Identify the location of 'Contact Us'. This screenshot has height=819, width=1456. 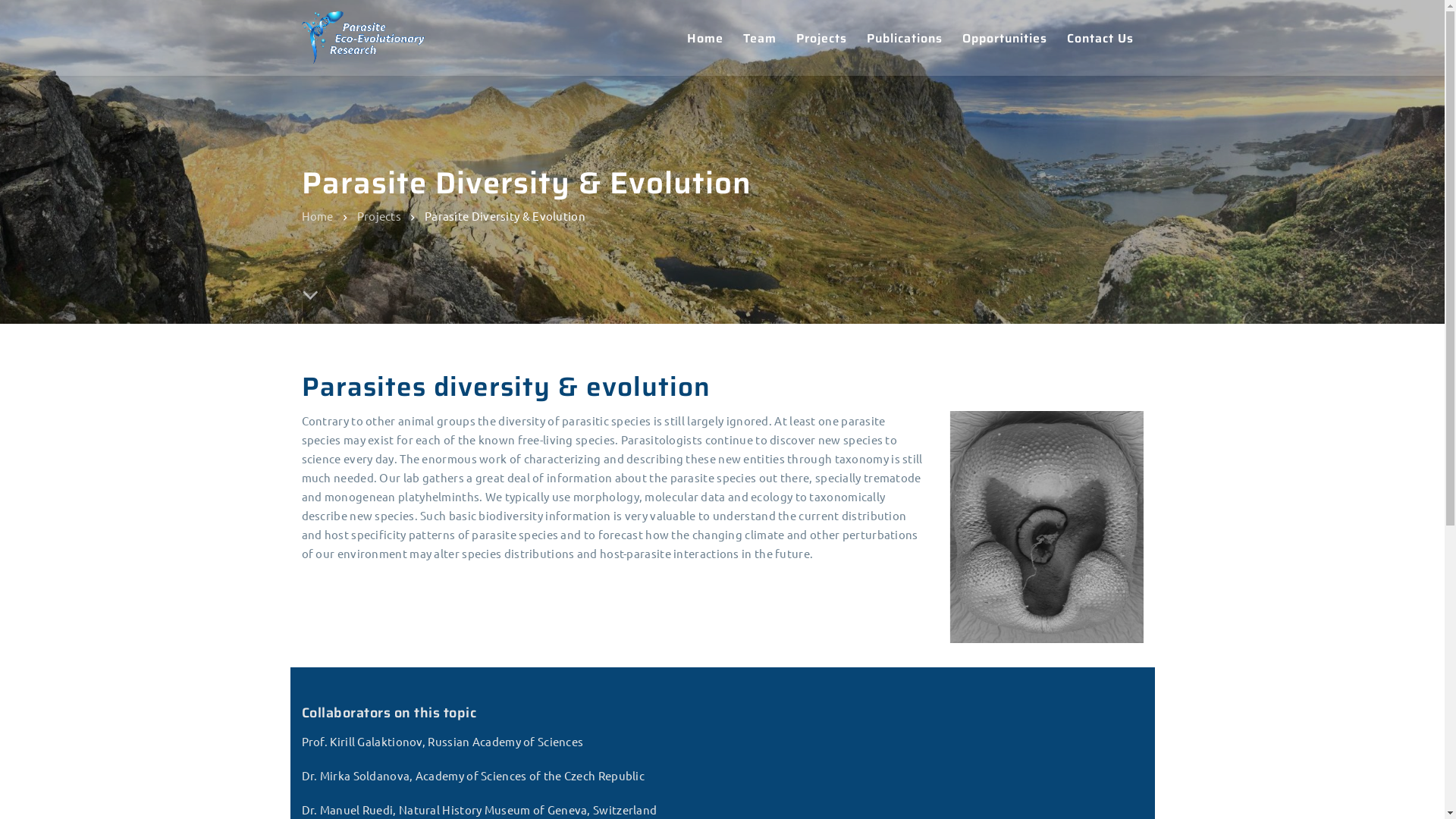
(1100, 37).